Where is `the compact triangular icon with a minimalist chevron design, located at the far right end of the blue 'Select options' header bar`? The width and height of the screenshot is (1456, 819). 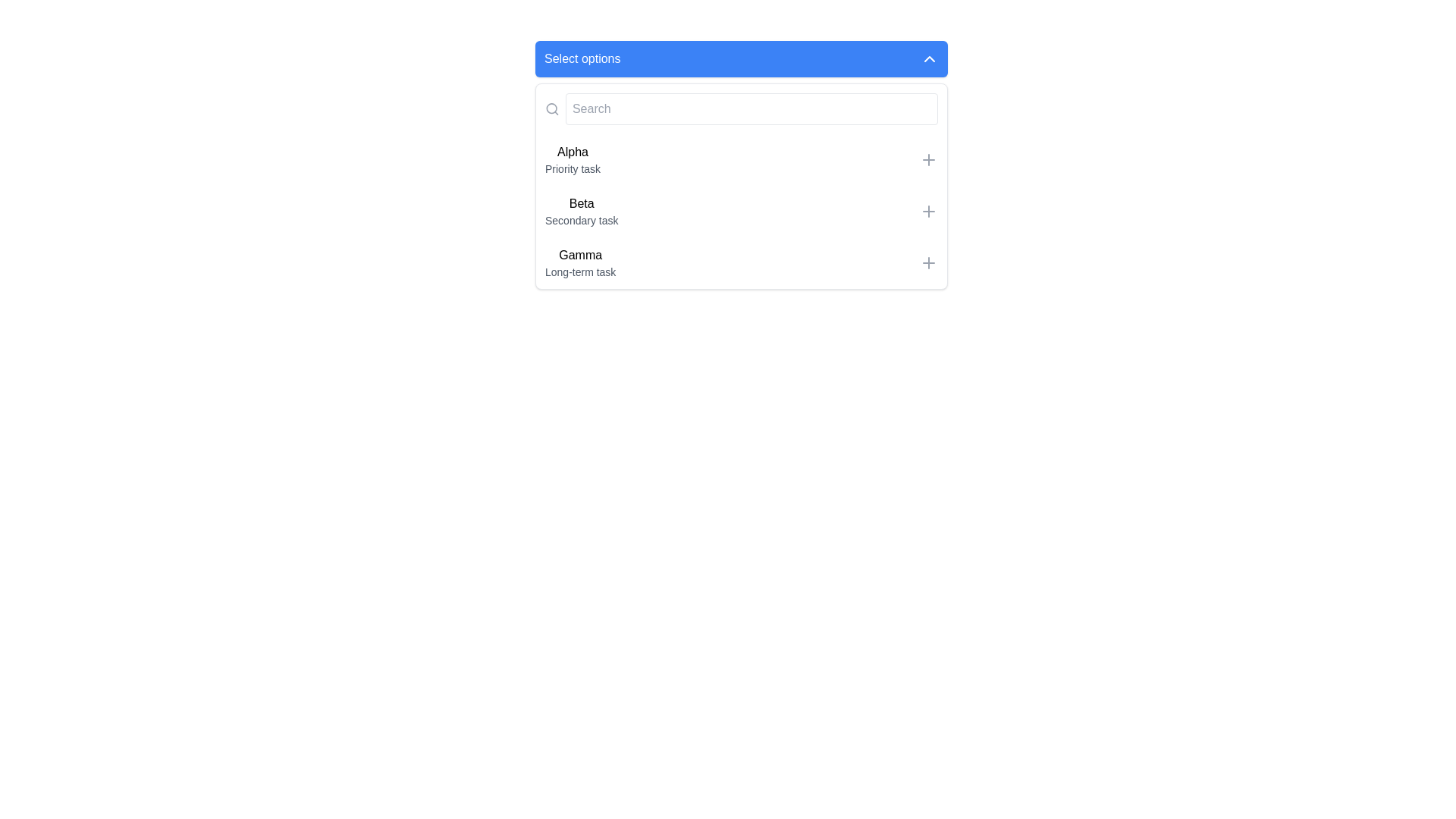 the compact triangular icon with a minimalist chevron design, located at the far right end of the blue 'Select options' header bar is located at coordinates (928, 58).